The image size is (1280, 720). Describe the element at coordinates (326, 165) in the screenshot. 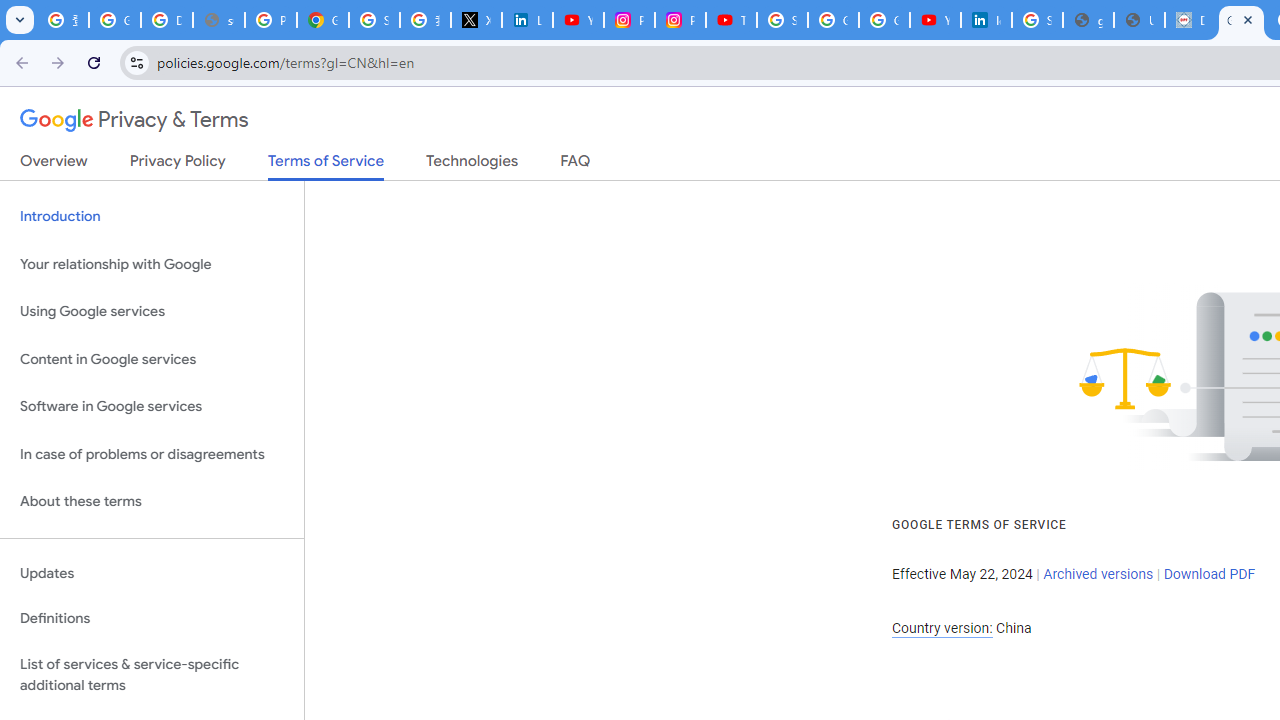

I see `'Terms of Service'` at that location.